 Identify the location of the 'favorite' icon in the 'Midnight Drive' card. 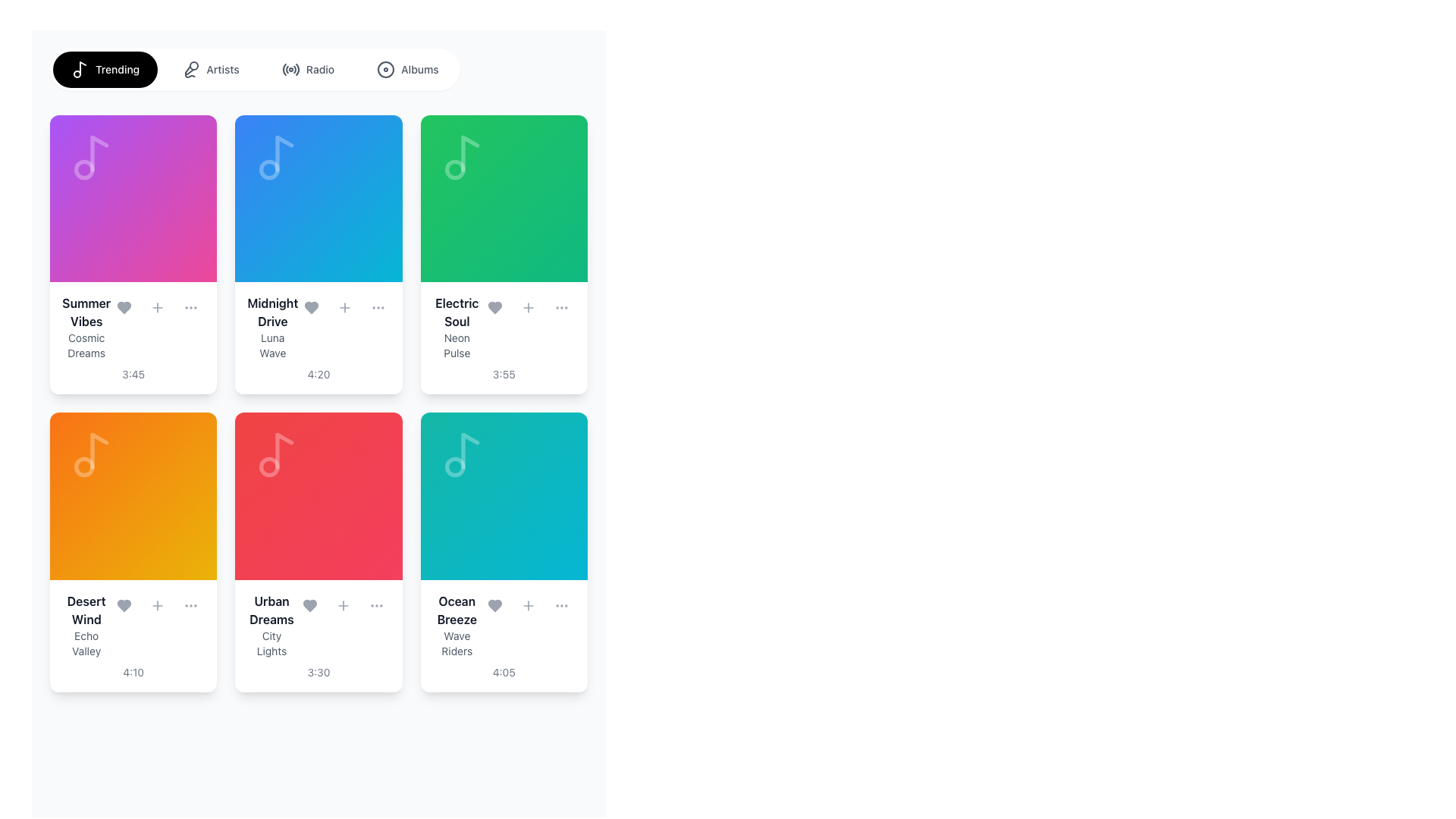
(311, 307).